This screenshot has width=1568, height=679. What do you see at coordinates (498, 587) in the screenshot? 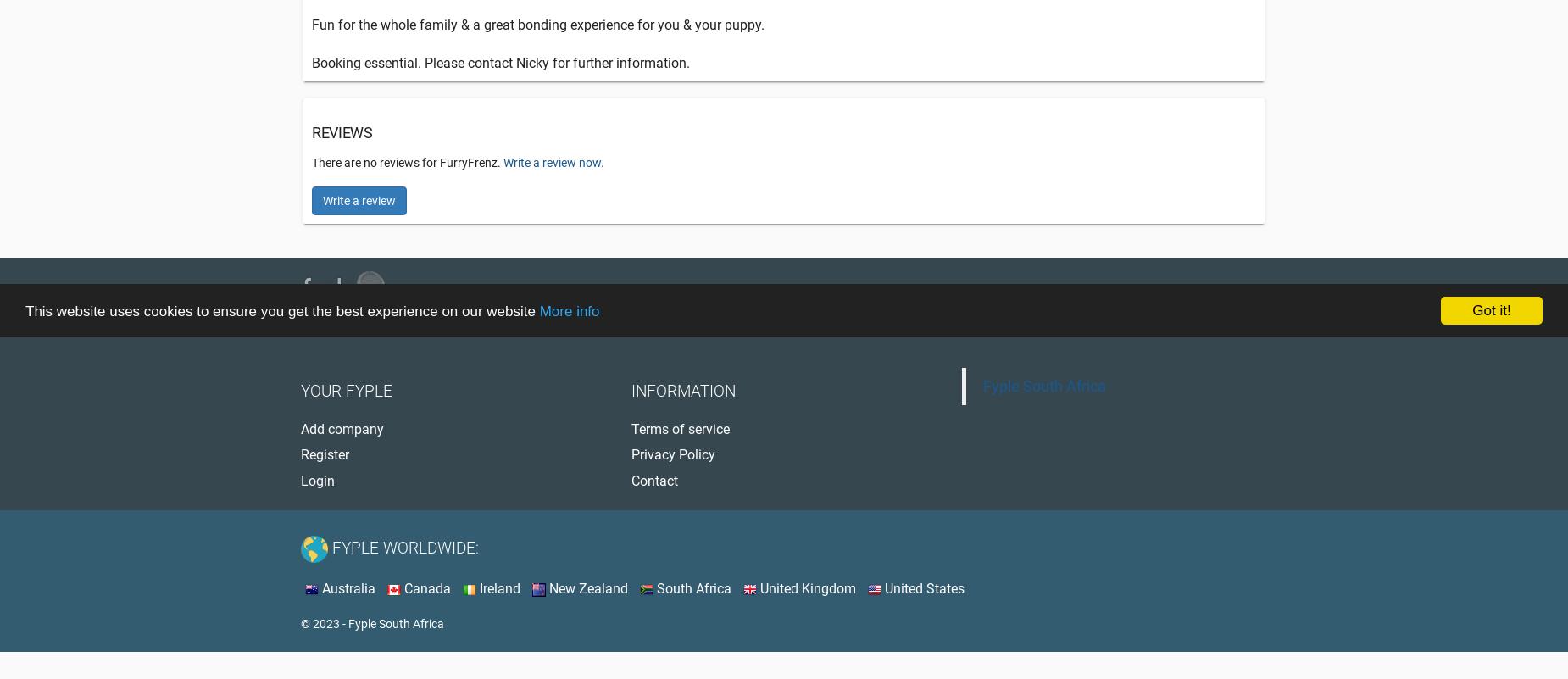
I see `'Ireland'` at bounding box center [498, 587].